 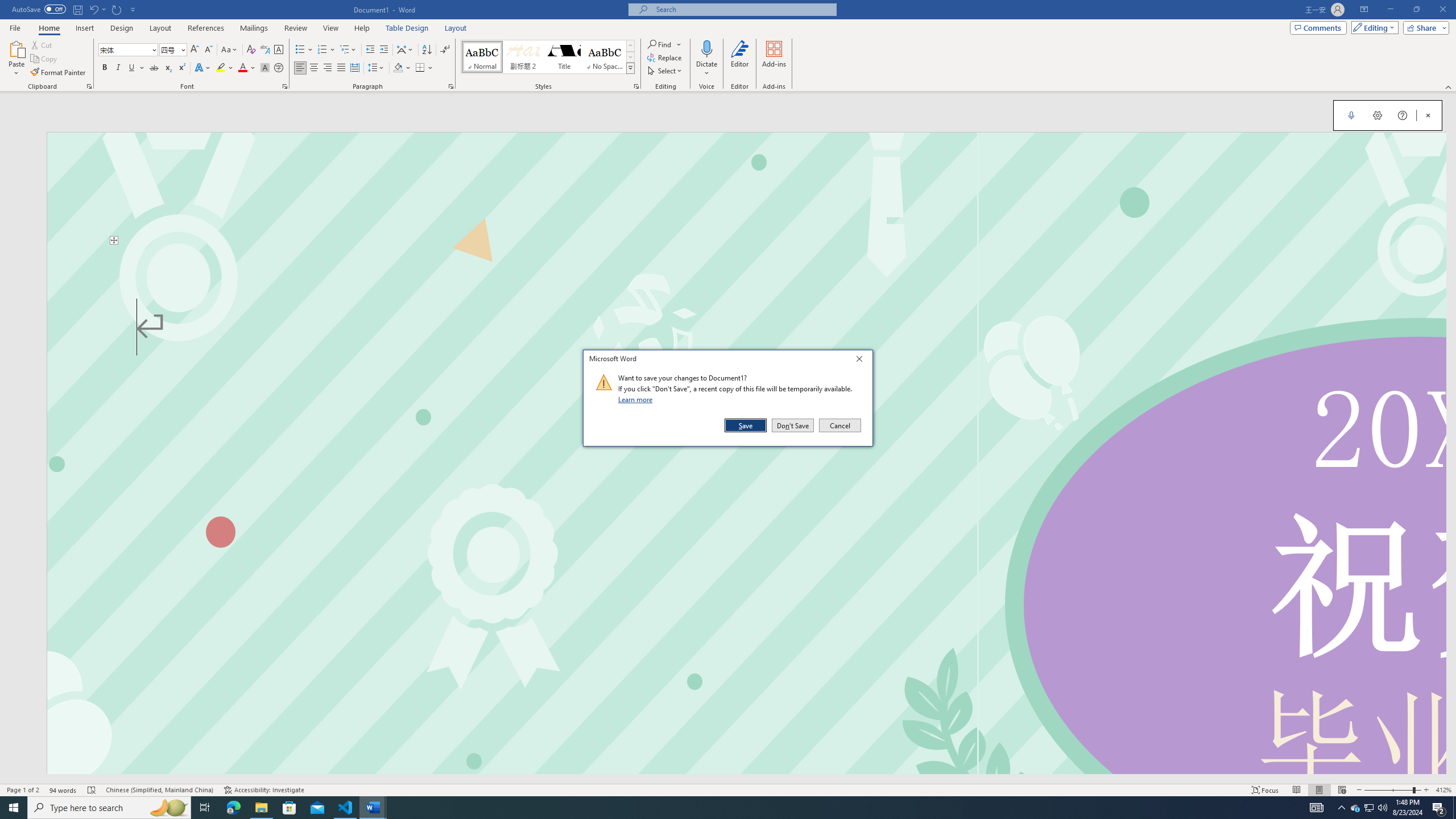 What do you see at coordinates (345, 806) in the screenshot?
I see `'Visual Studio Code - 1 running window'` at bounding box center [345, 806].